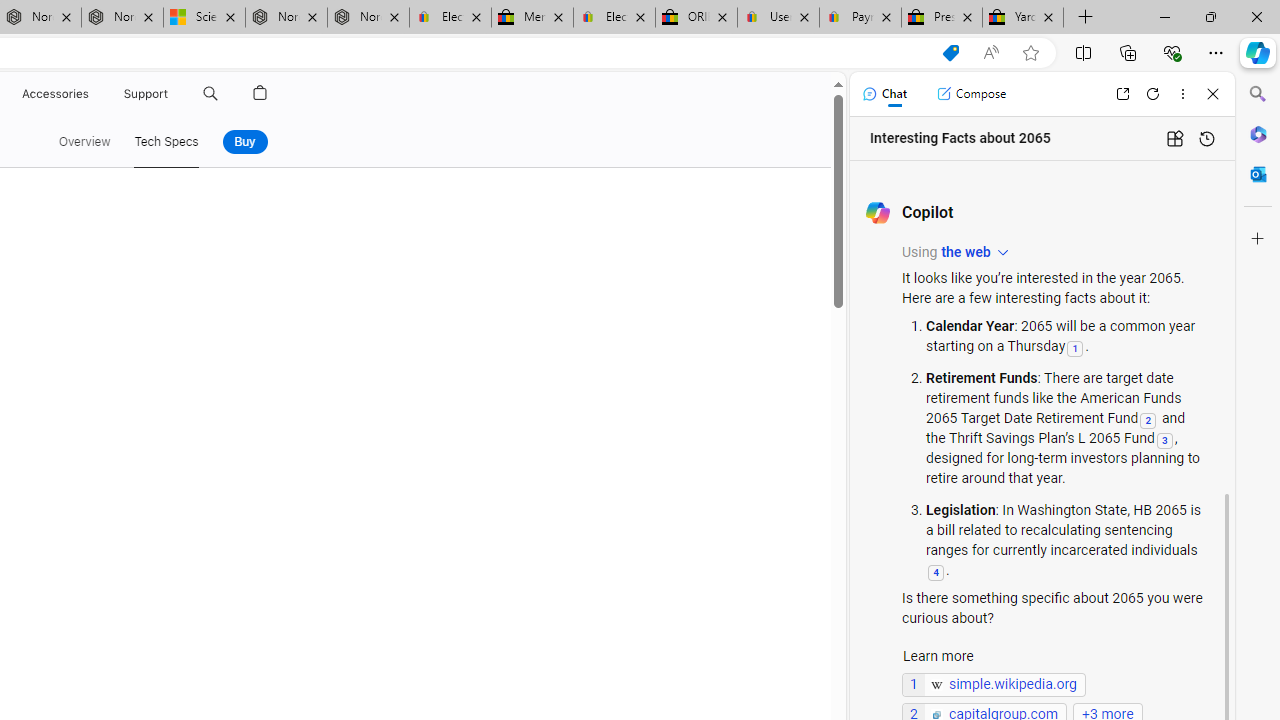 The width and height of the screenshot is (1280, 720). I want to click on 'Accessories', so click(55, 93).